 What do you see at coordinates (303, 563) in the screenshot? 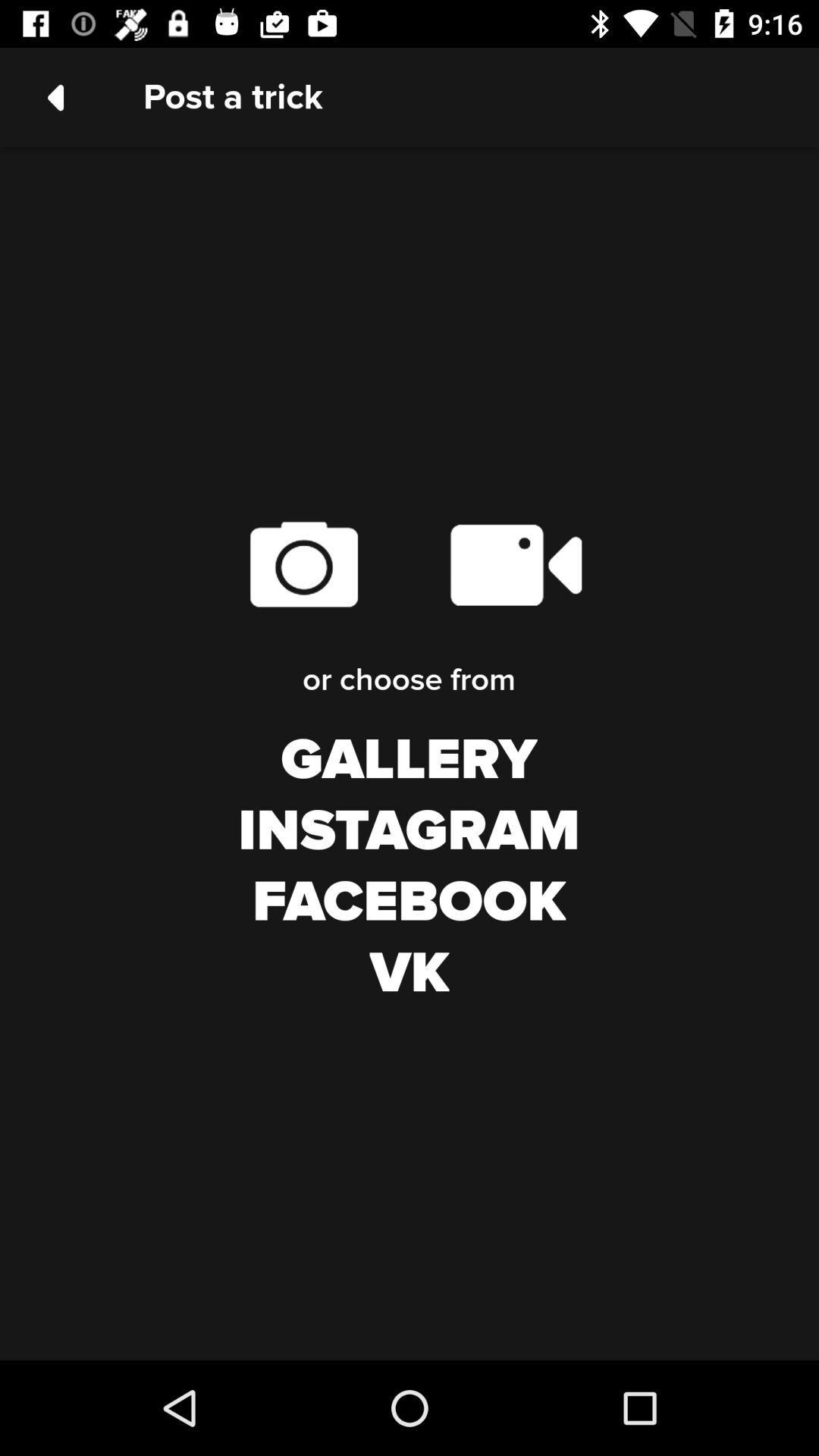
I see `take a picture` at bounding box center [303, 563].